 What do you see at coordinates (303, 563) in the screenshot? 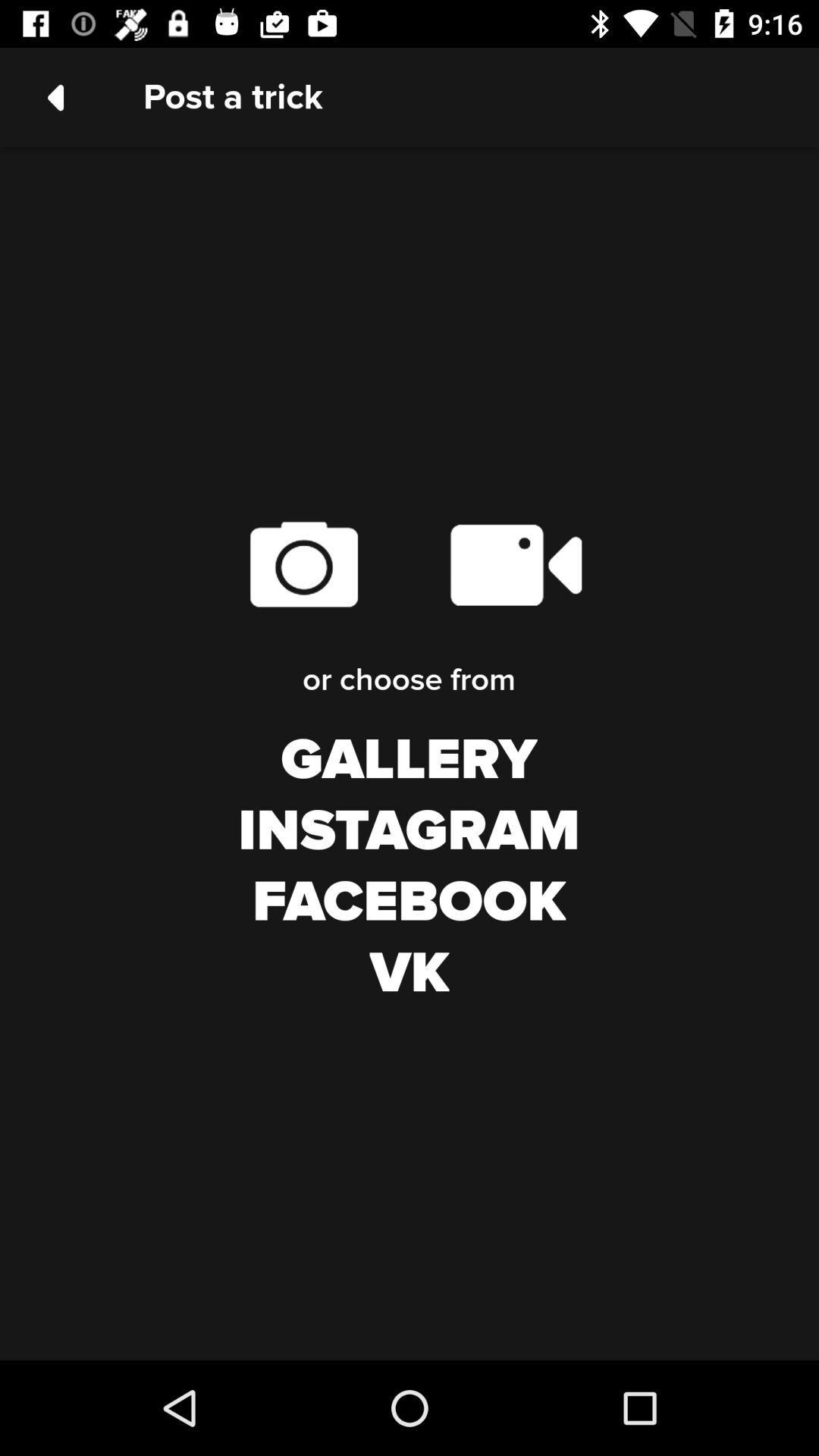
I see `take a picture` at bounding box center [303, 563].